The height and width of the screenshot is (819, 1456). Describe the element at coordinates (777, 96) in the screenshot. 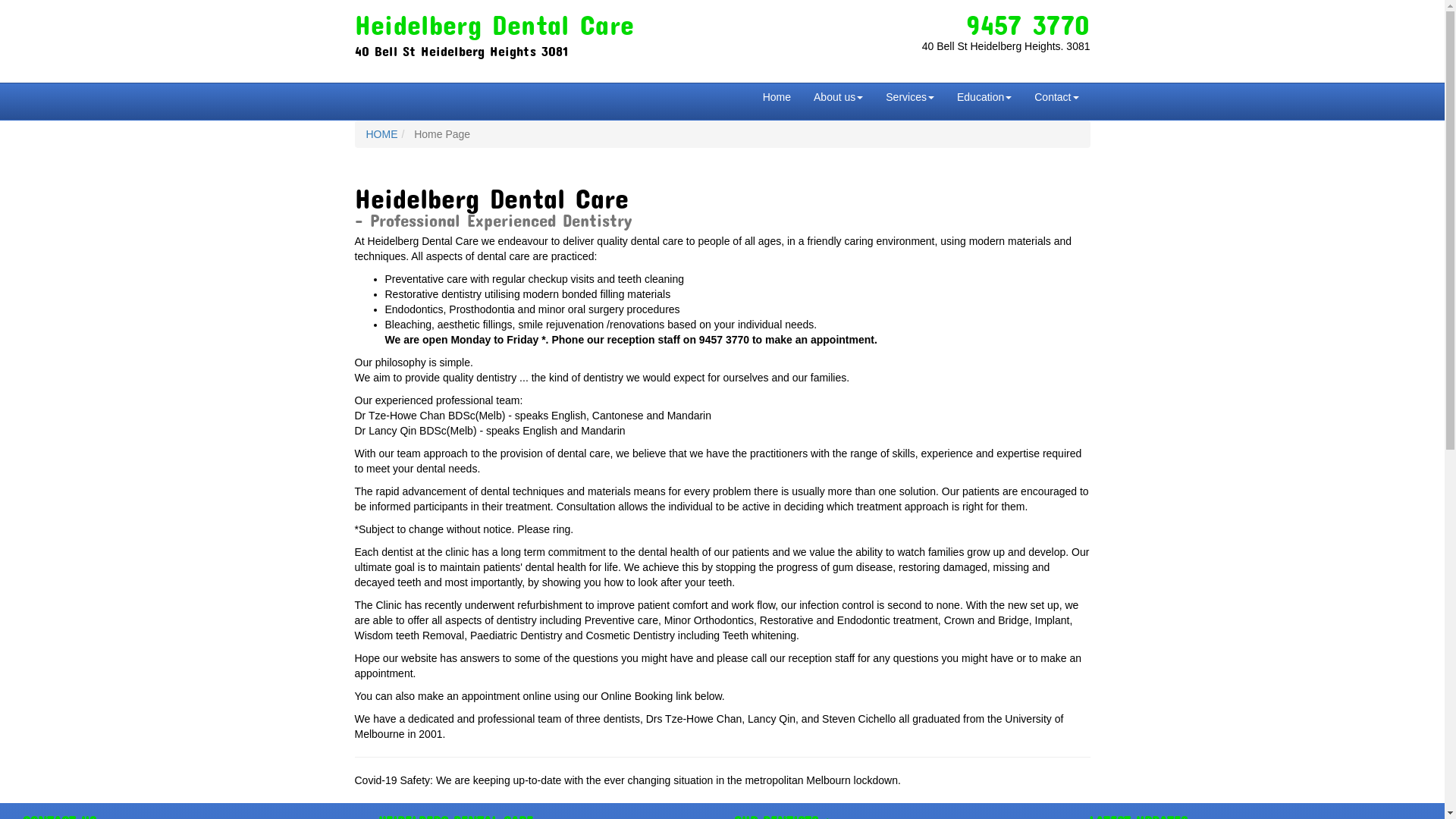

I see `'Home'` at that location.